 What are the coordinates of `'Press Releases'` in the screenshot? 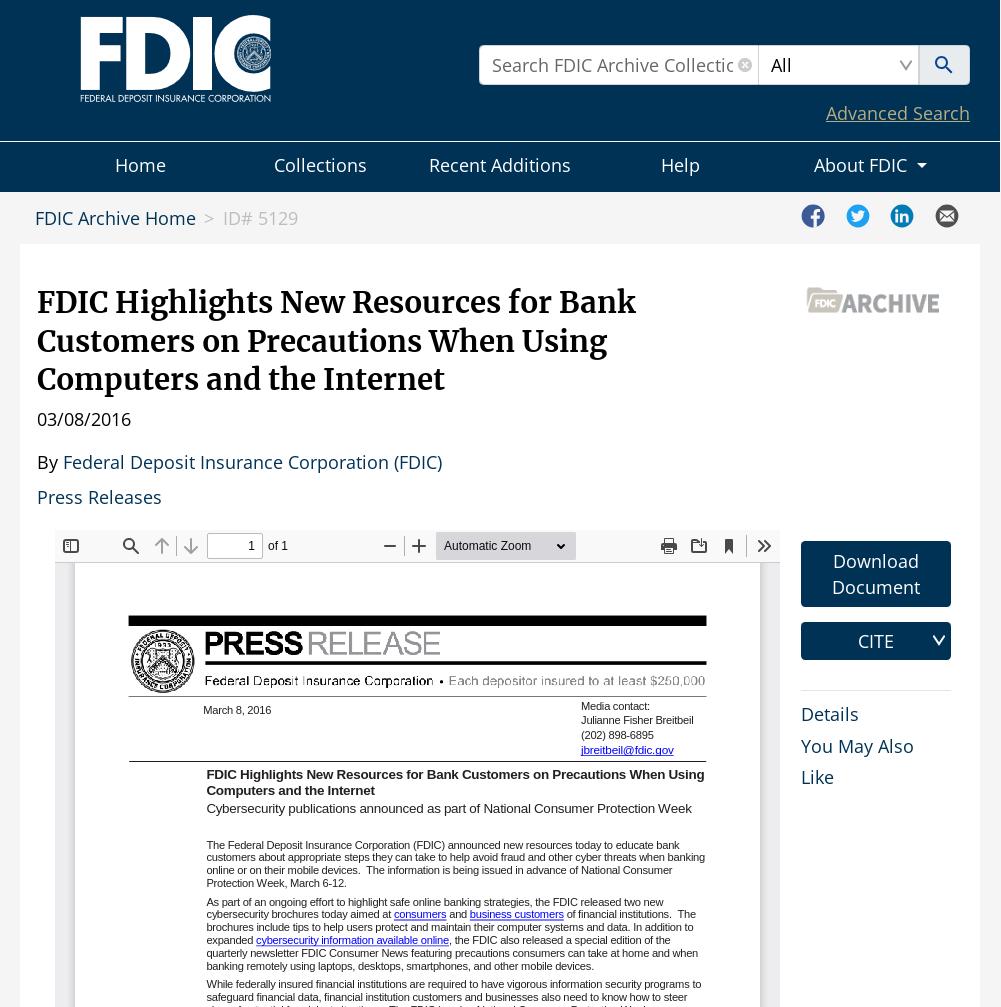 It's located at (98, 496).